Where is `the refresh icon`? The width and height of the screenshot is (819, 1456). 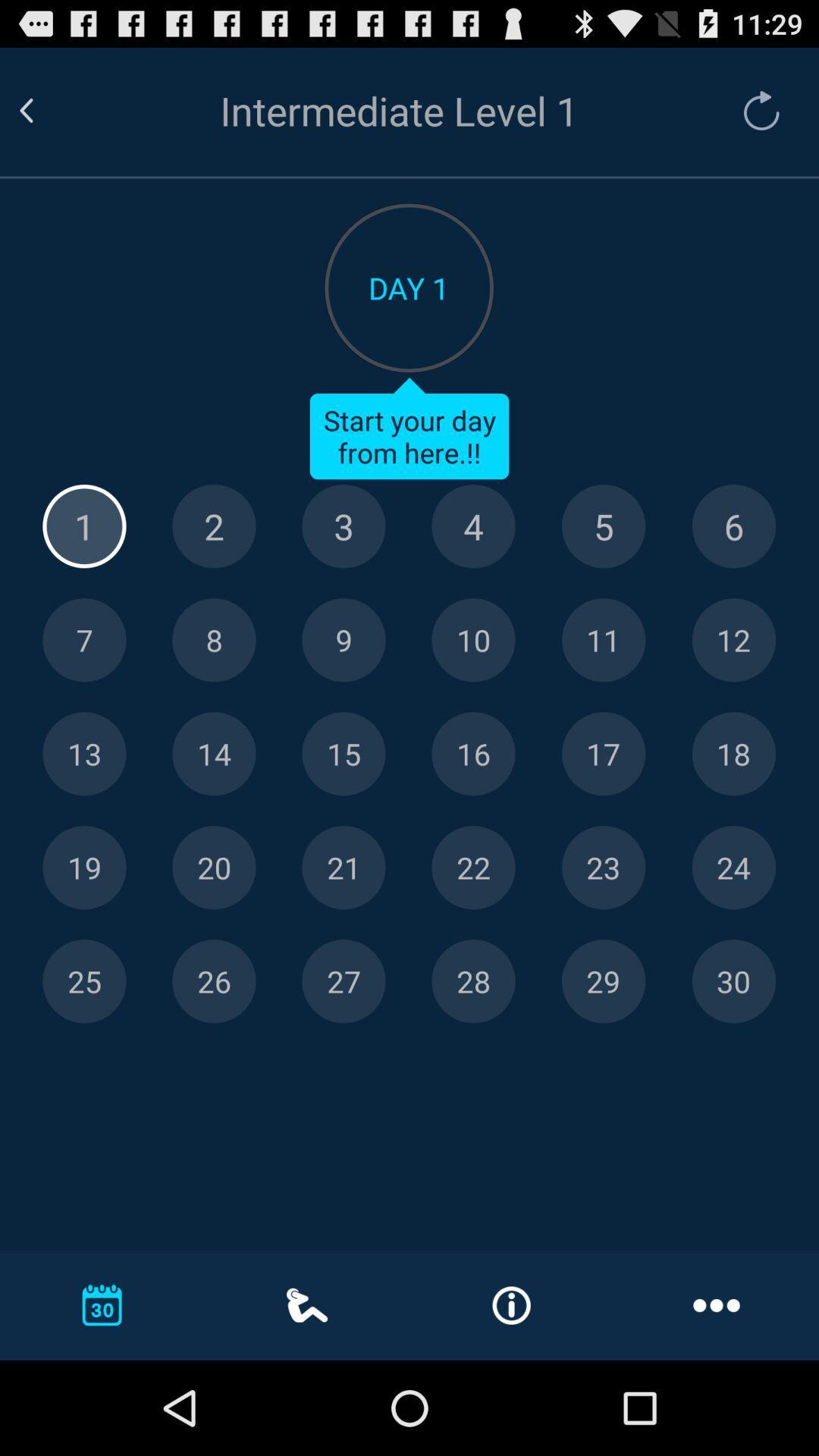
the refresh icon is located at coordinates (754, 118).